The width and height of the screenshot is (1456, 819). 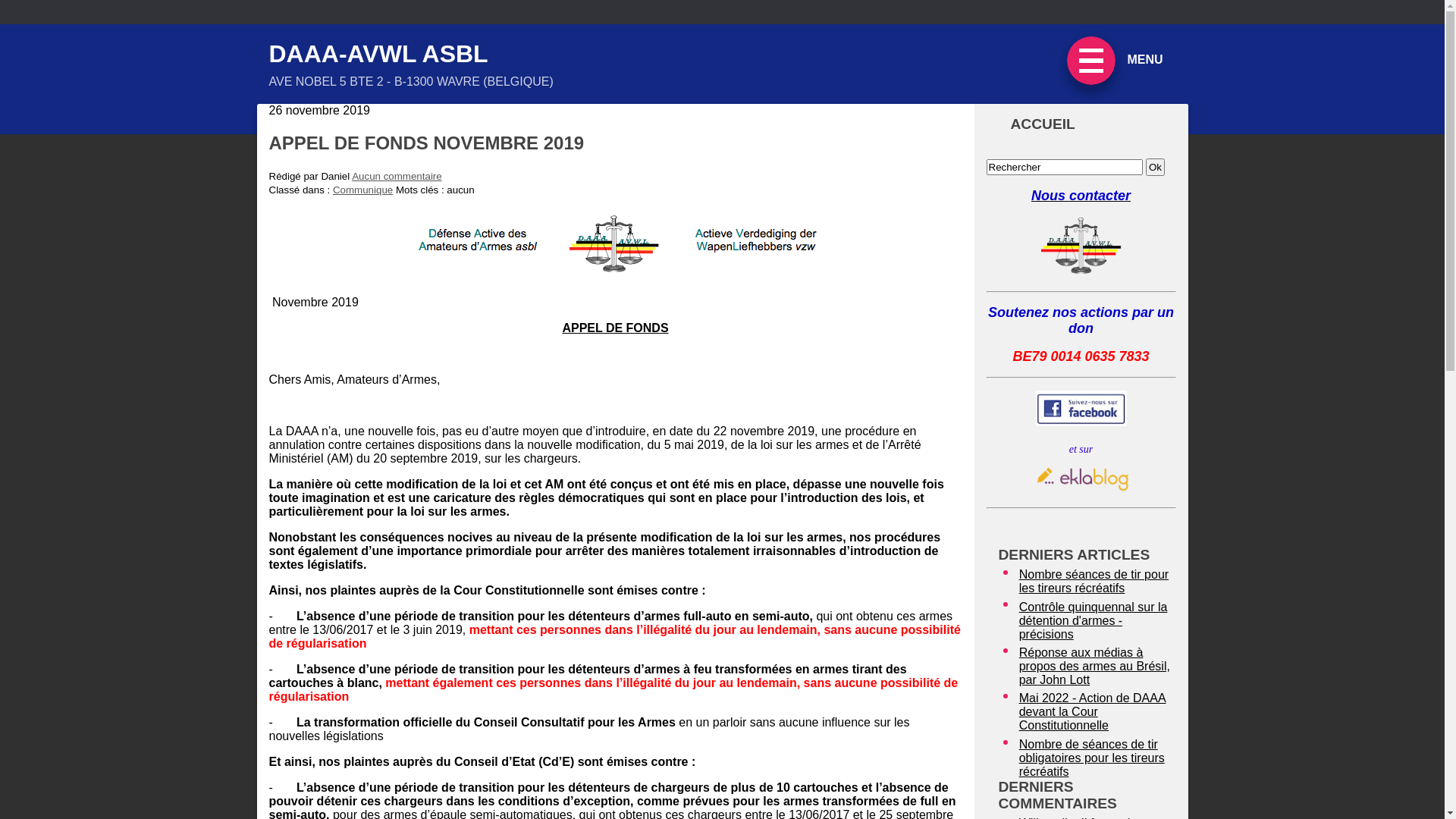 What do you see at coordinates (1080, 195) in the screenshot?
I see `'Nous contacter'` at bounding box center [1080, 195].